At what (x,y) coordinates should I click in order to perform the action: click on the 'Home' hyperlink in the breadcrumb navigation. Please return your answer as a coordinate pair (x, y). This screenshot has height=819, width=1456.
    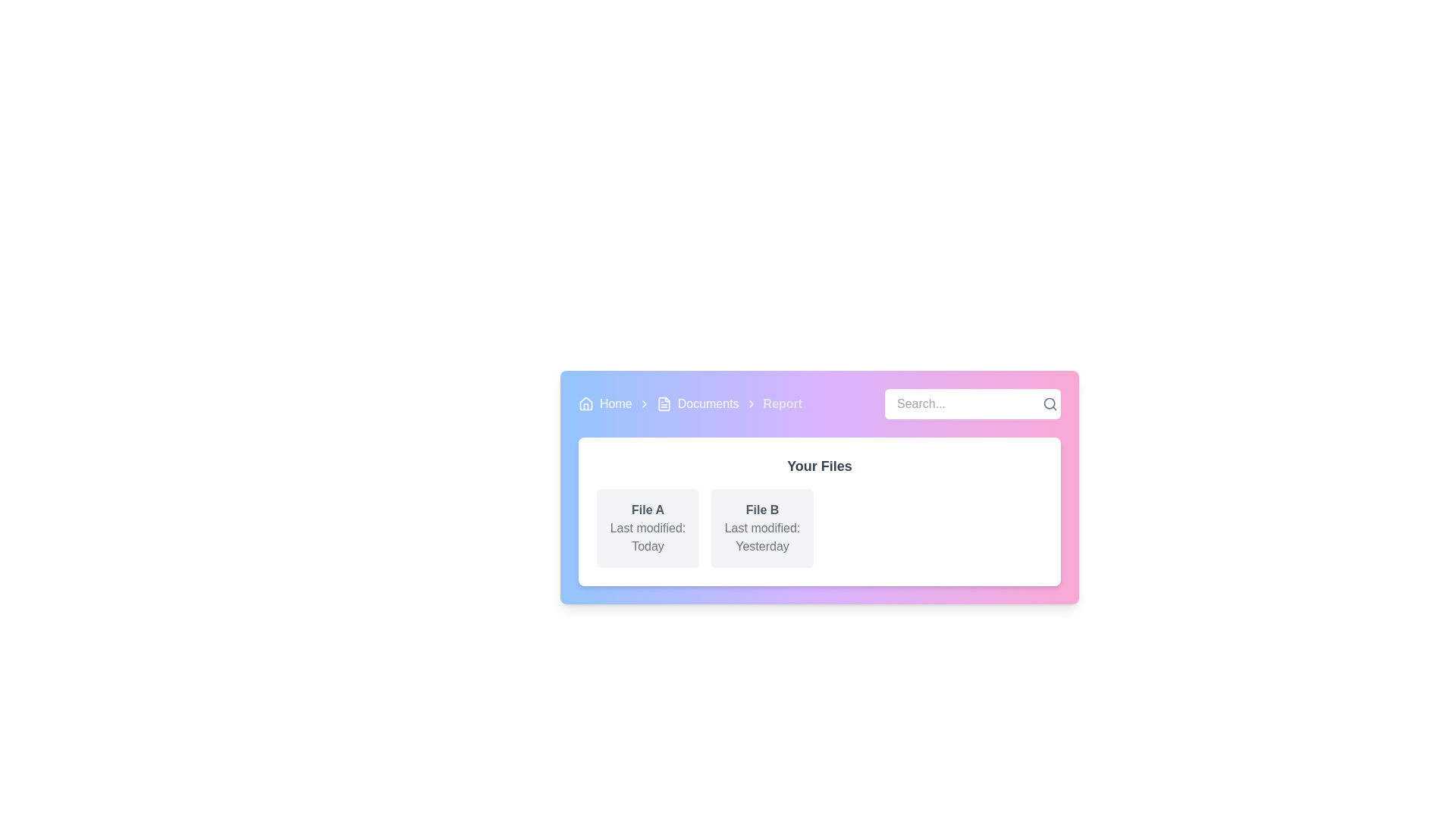
    Looking at the image, I should click on (616, 403).